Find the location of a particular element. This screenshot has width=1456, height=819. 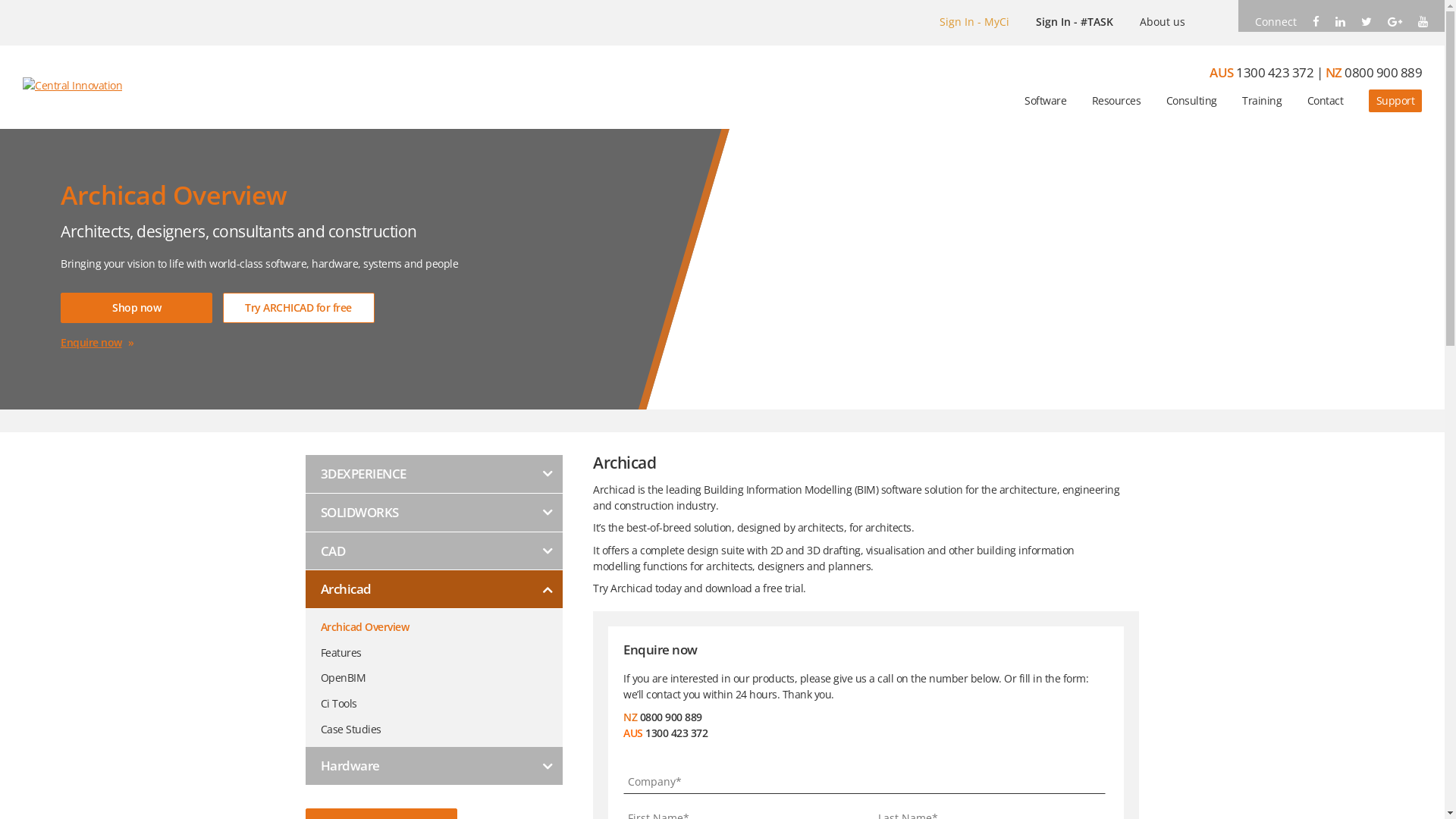

'Training' is located at coordinates (1262, 100).